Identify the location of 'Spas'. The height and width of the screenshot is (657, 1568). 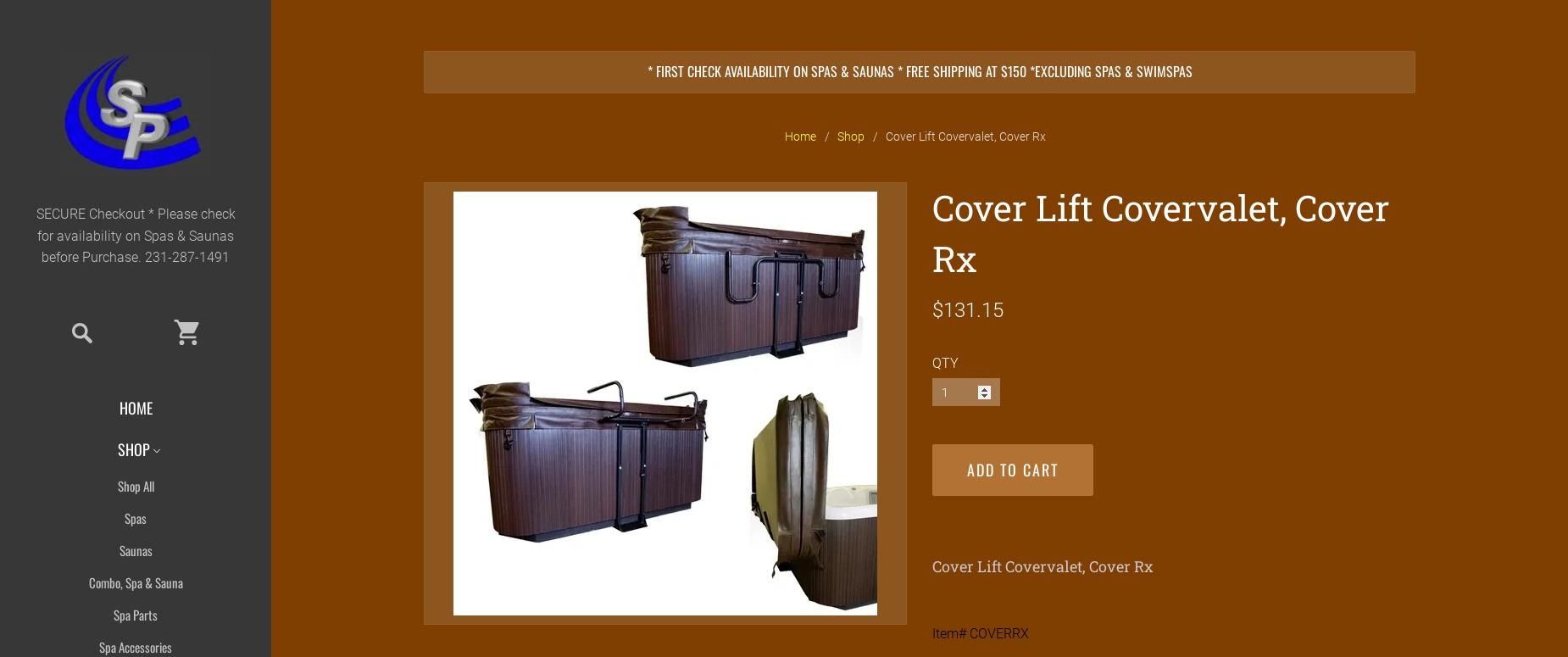
(135, 518).